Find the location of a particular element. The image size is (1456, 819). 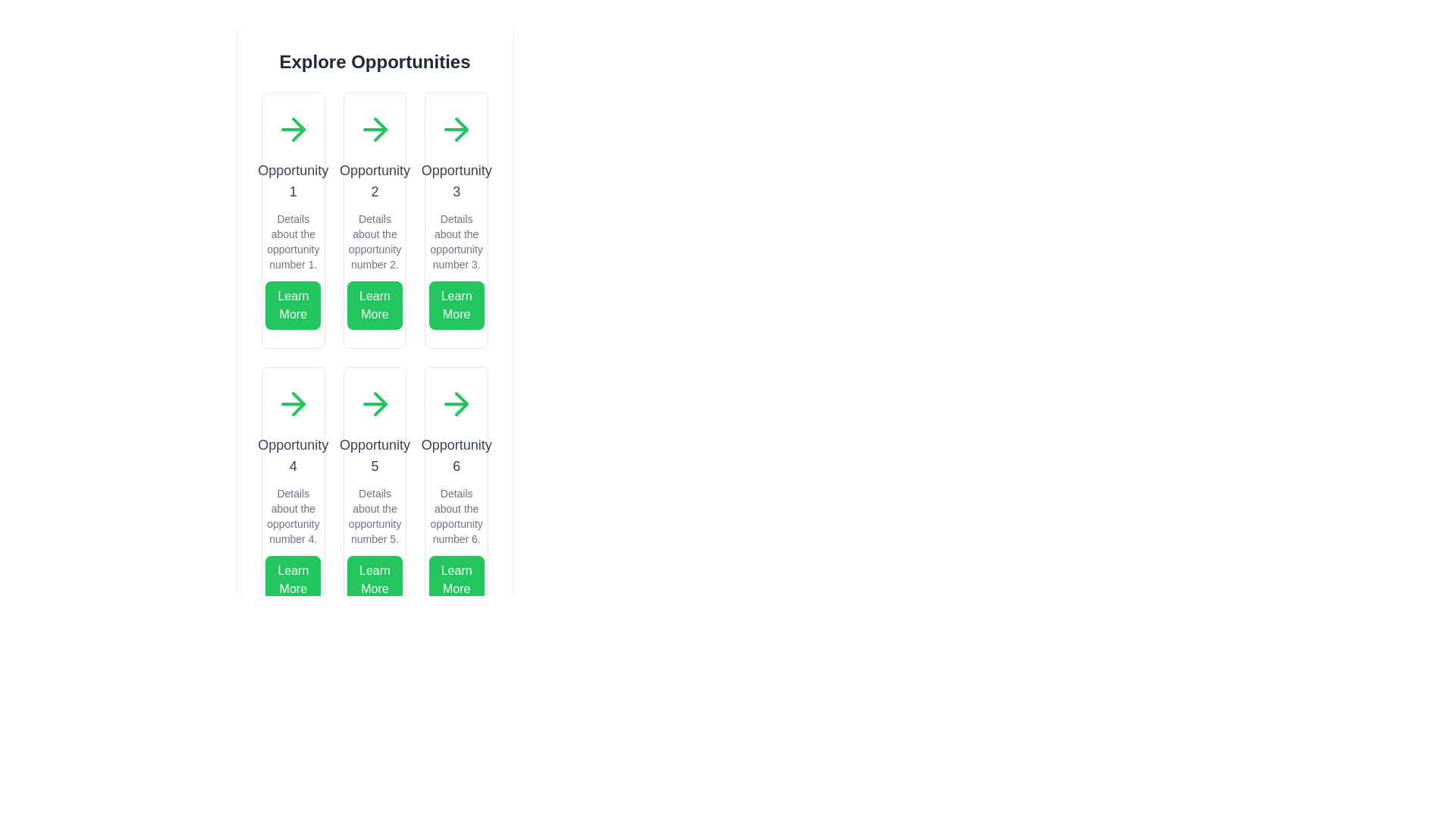

the button that invites the user to learn more about 'Opportunity 6' to trigger a visual hover effect is located at coordinates (456, 579).